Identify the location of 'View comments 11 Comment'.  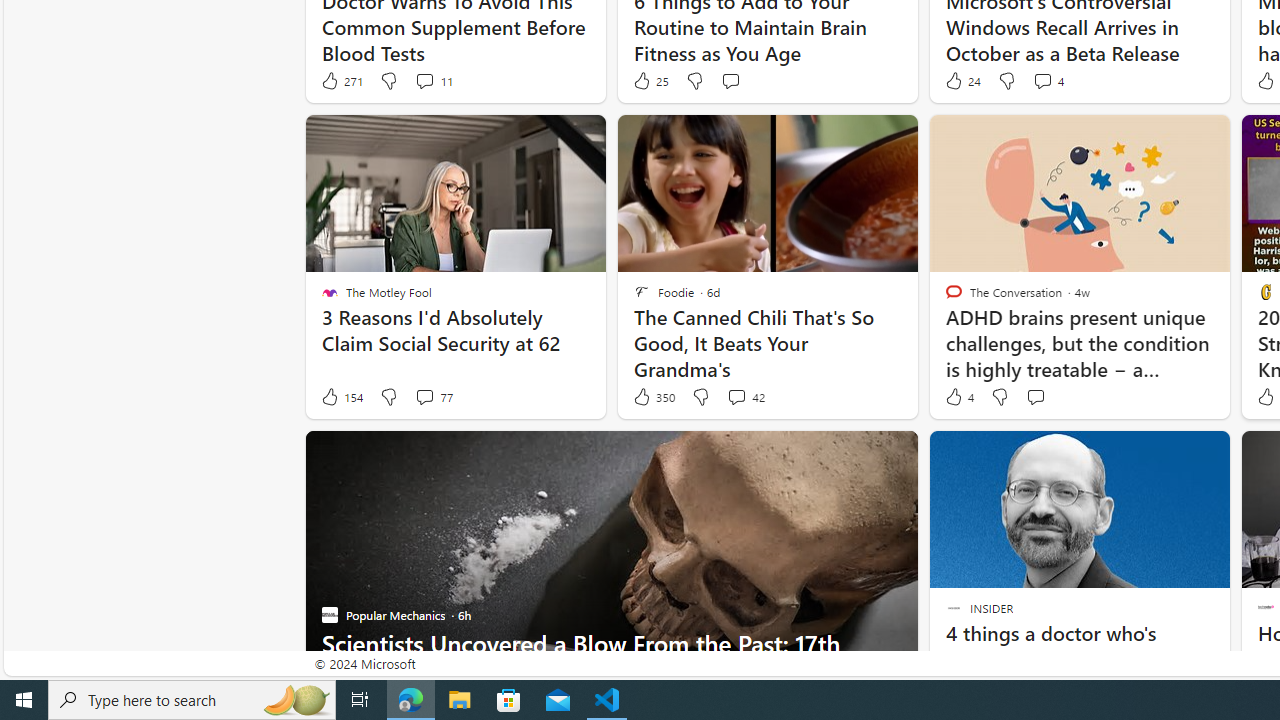
(423, 80).